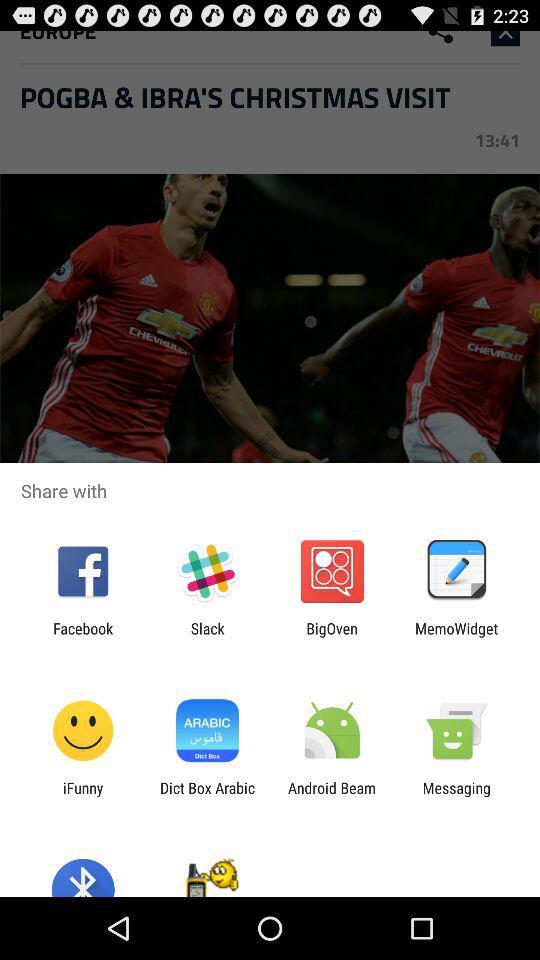 This screenshot has width=540, height=960. I want to click on the item to the right of the slack app, so click(332, 636).